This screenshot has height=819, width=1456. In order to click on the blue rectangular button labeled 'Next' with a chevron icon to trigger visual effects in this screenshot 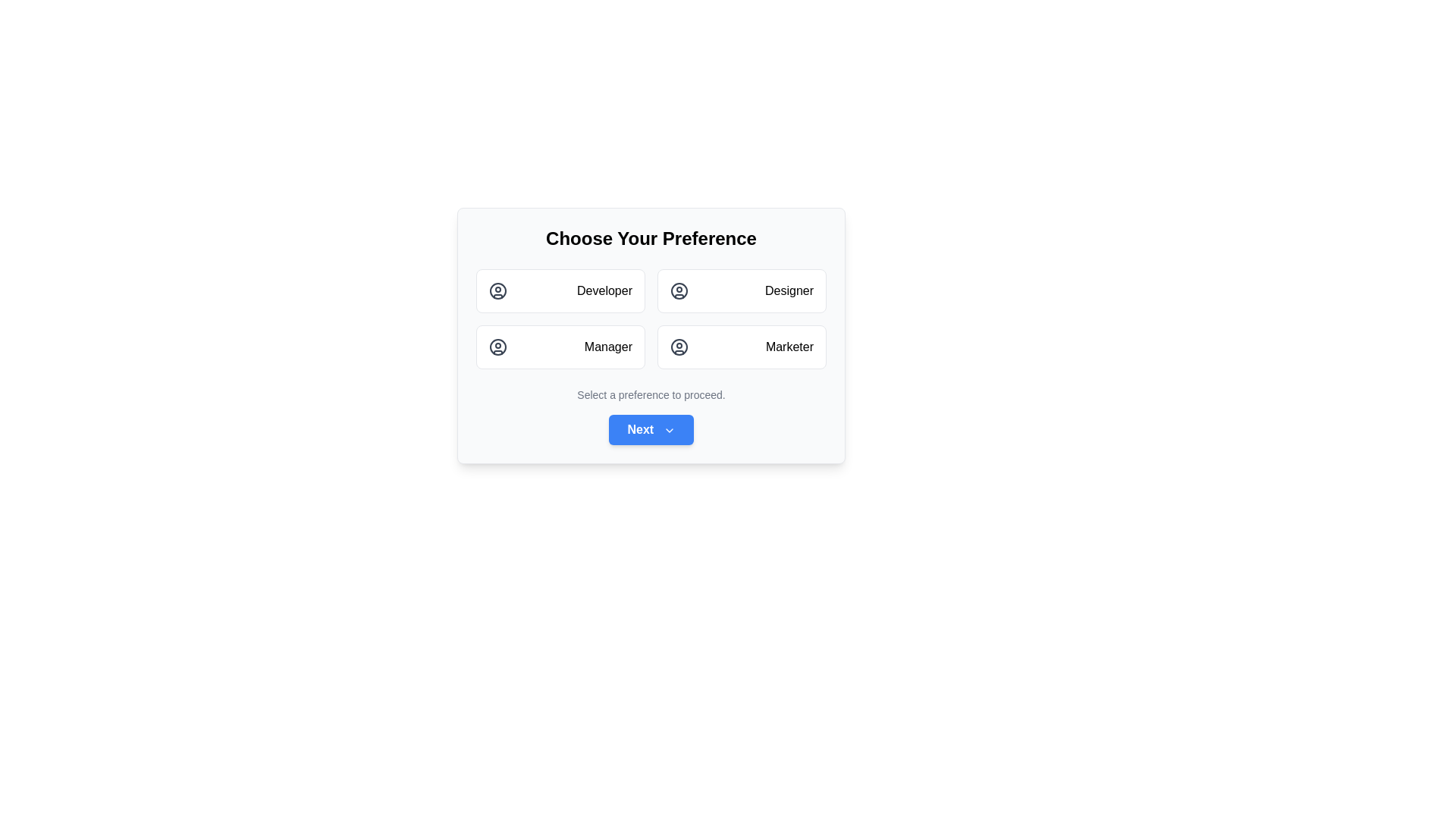, I will do `click(651, 430)`.